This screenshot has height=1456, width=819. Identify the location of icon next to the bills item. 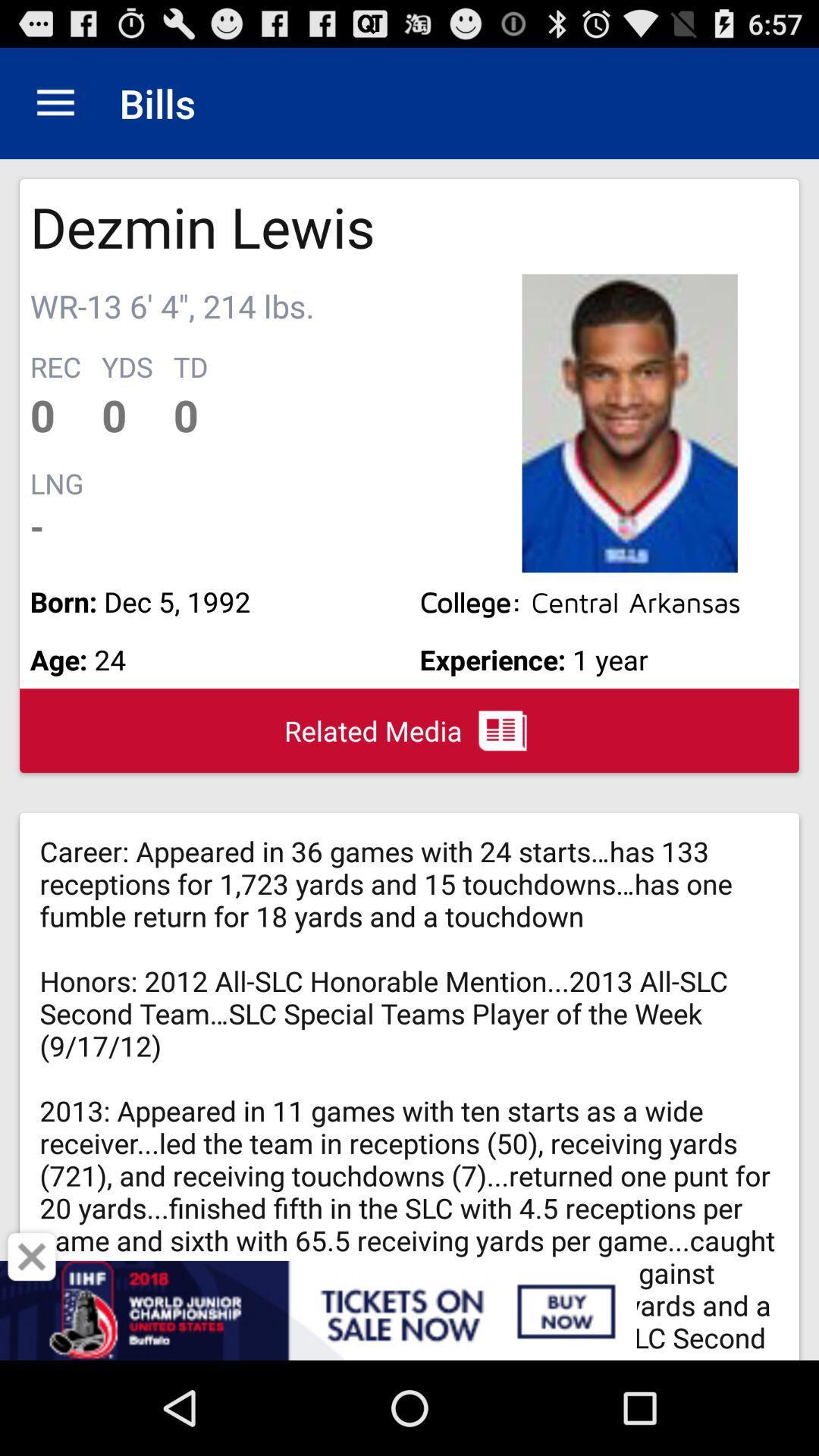
(55, 102).